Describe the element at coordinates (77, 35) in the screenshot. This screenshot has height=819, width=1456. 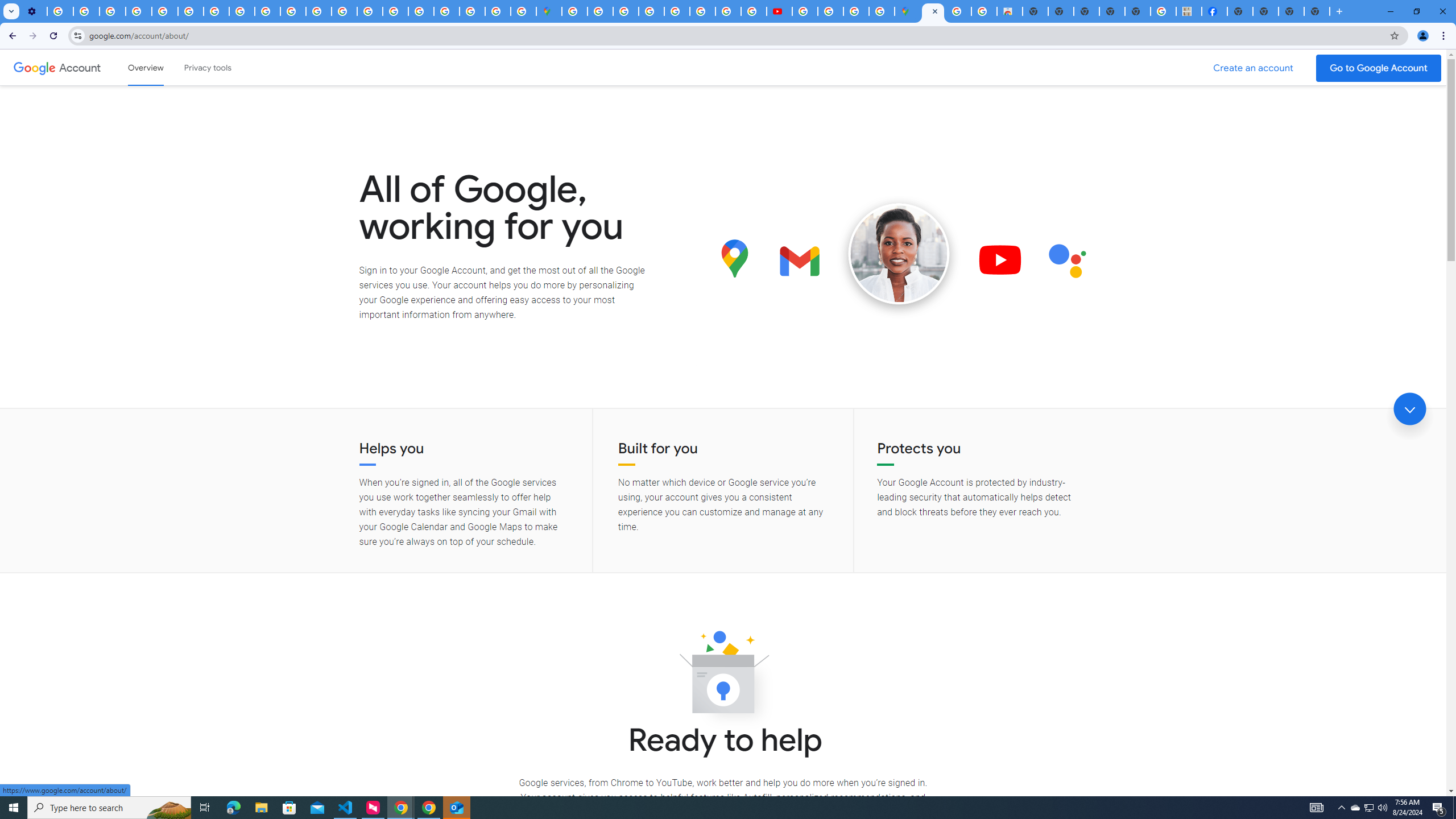
I see `'View site information'` at that location.